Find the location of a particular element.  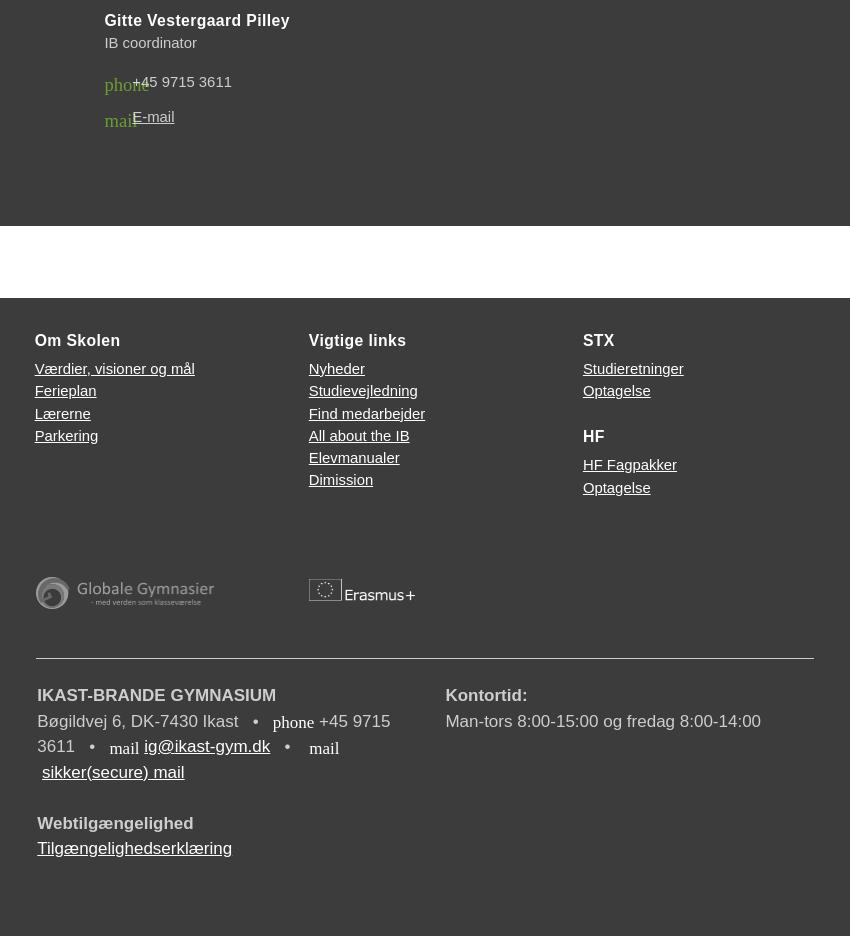

'Vigtige links' is located at coordinates (356, 338).